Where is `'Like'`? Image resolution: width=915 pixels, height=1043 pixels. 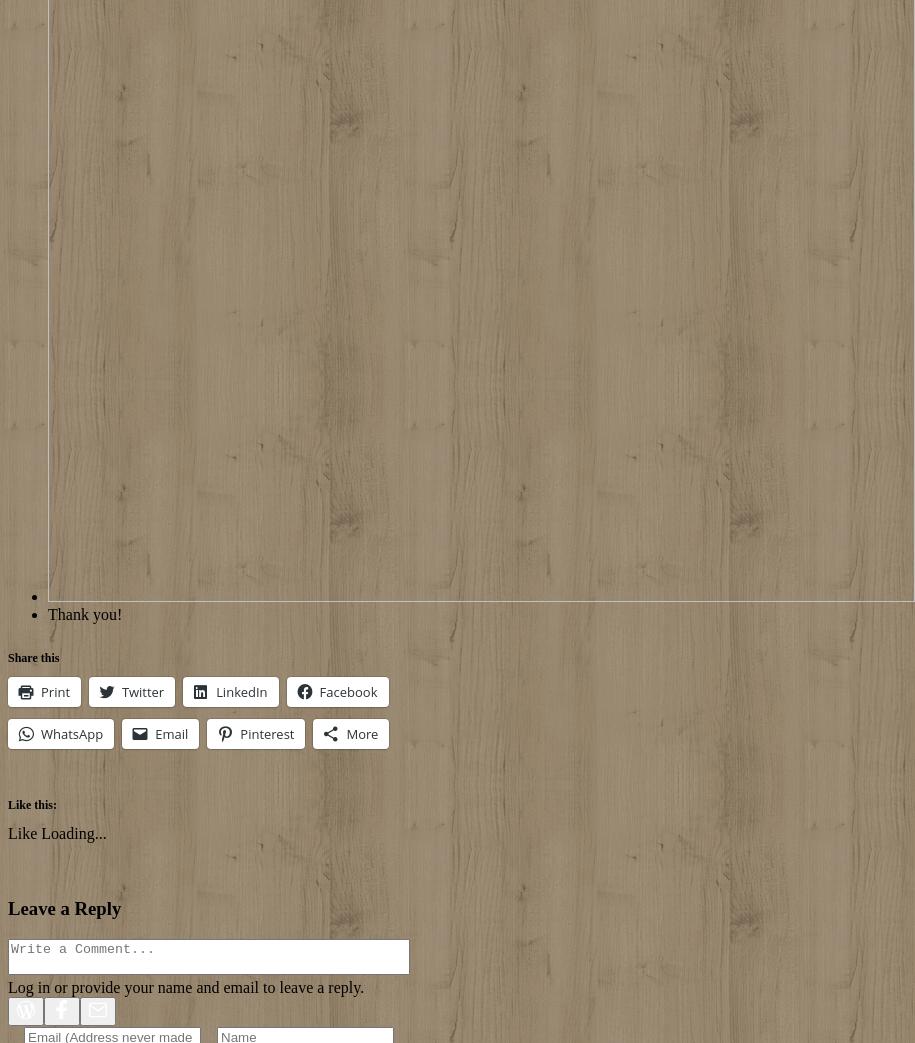 'Like' is located at coordinates (22, 832).